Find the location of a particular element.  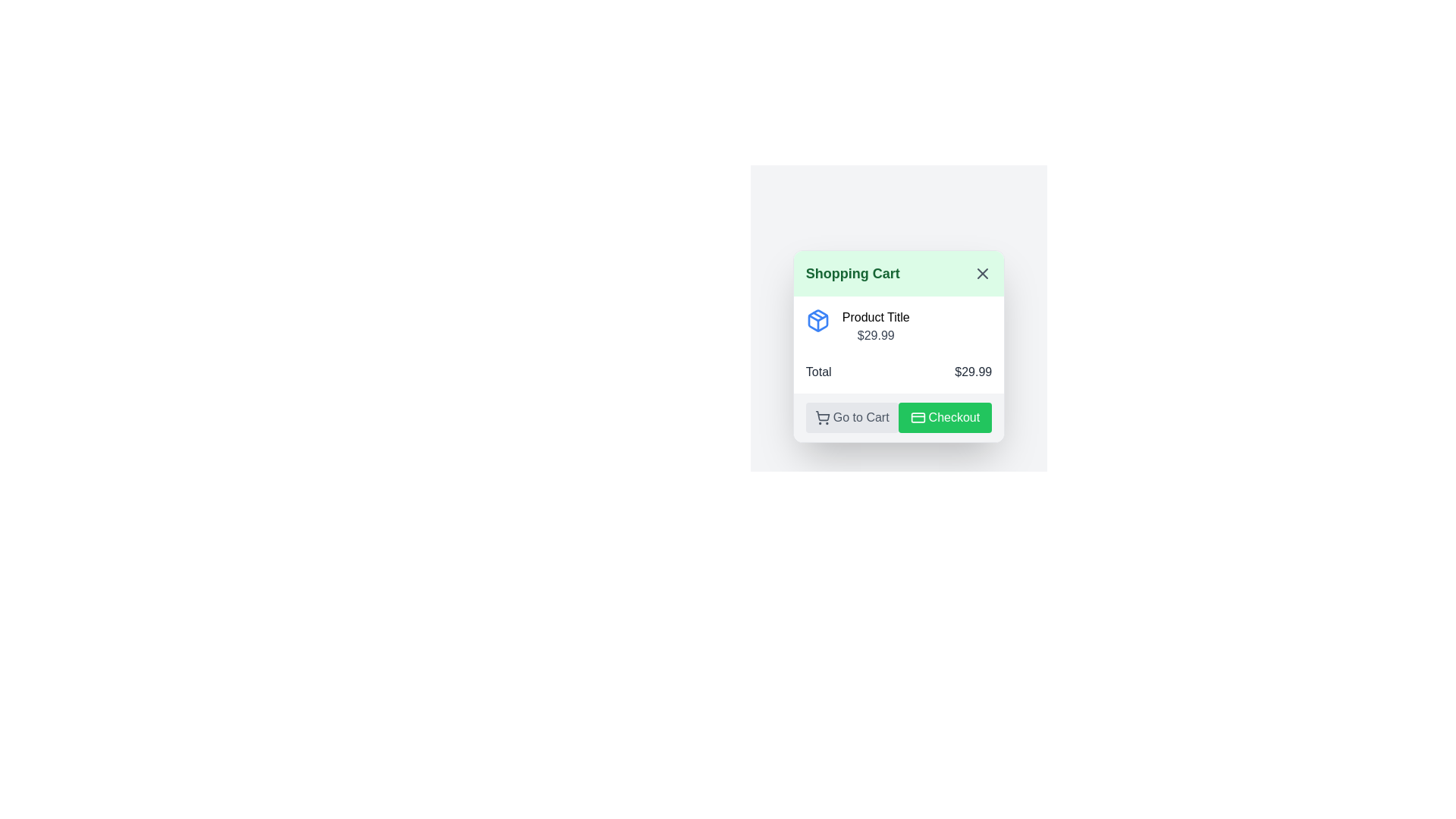

static text label indicating the total amount for the listed items in the shopping cart, located on the left side of the total price display is located at coordinates (817, 372).